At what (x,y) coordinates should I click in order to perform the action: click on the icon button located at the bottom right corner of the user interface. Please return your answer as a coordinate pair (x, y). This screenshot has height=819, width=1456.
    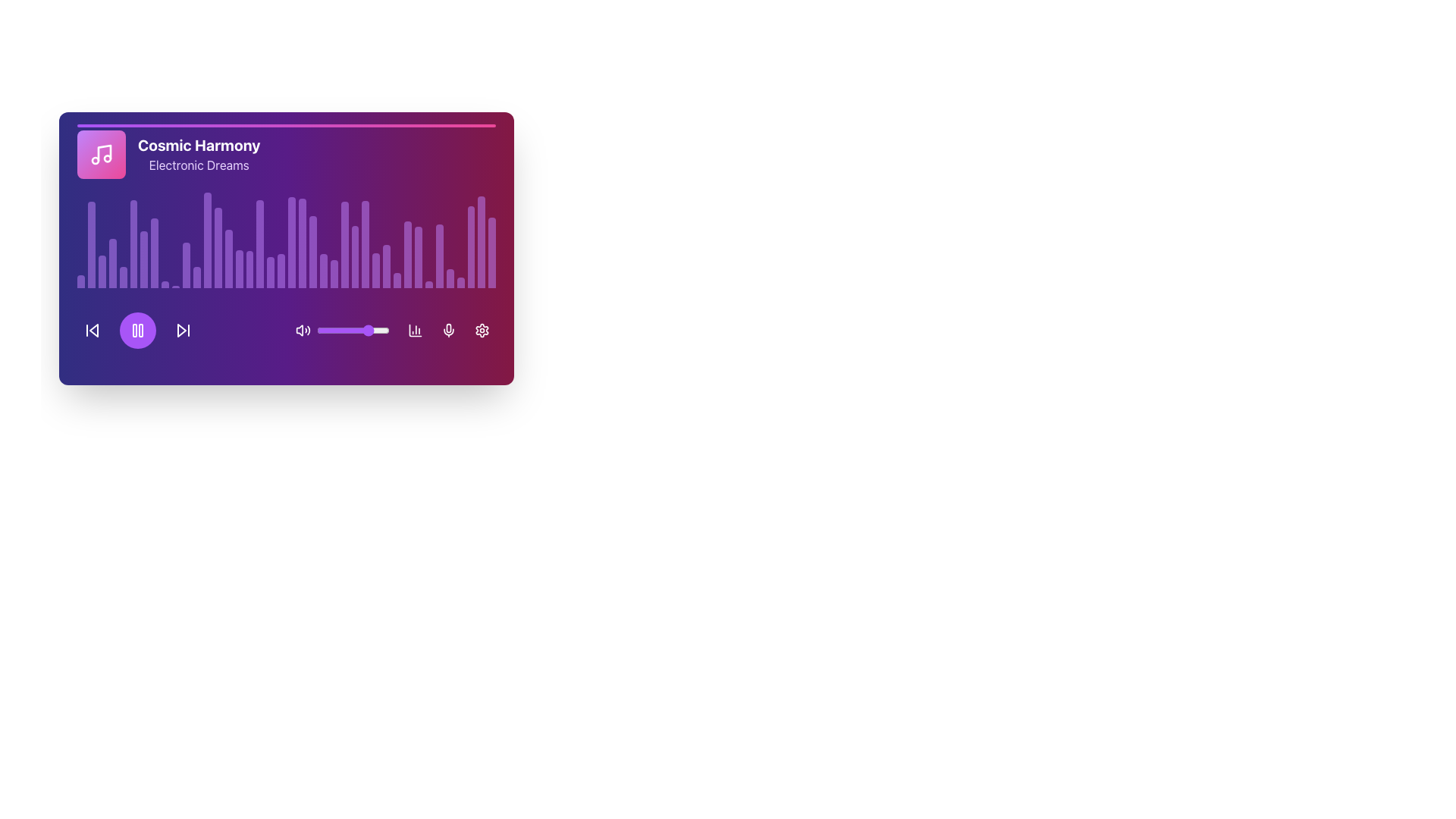
    Looking at the image, I should click on (481, 329).